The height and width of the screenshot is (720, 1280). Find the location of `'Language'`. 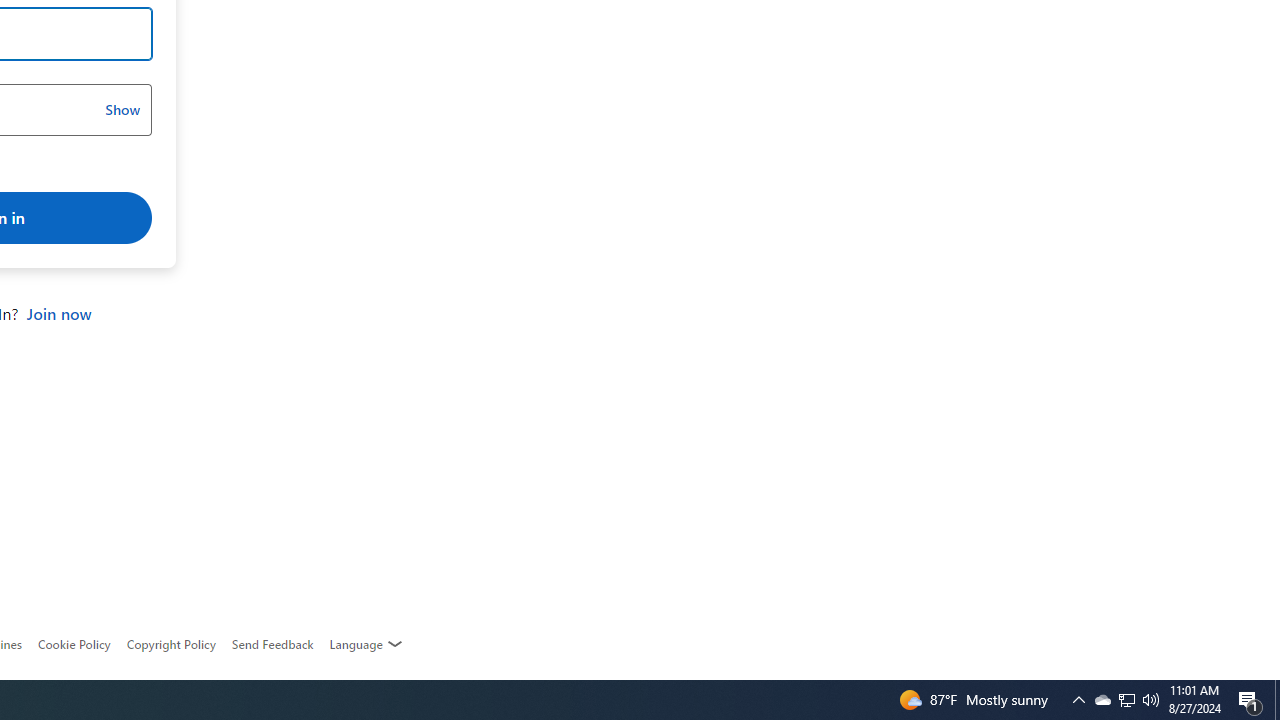

'Language' is located at coordinates (366, 644).